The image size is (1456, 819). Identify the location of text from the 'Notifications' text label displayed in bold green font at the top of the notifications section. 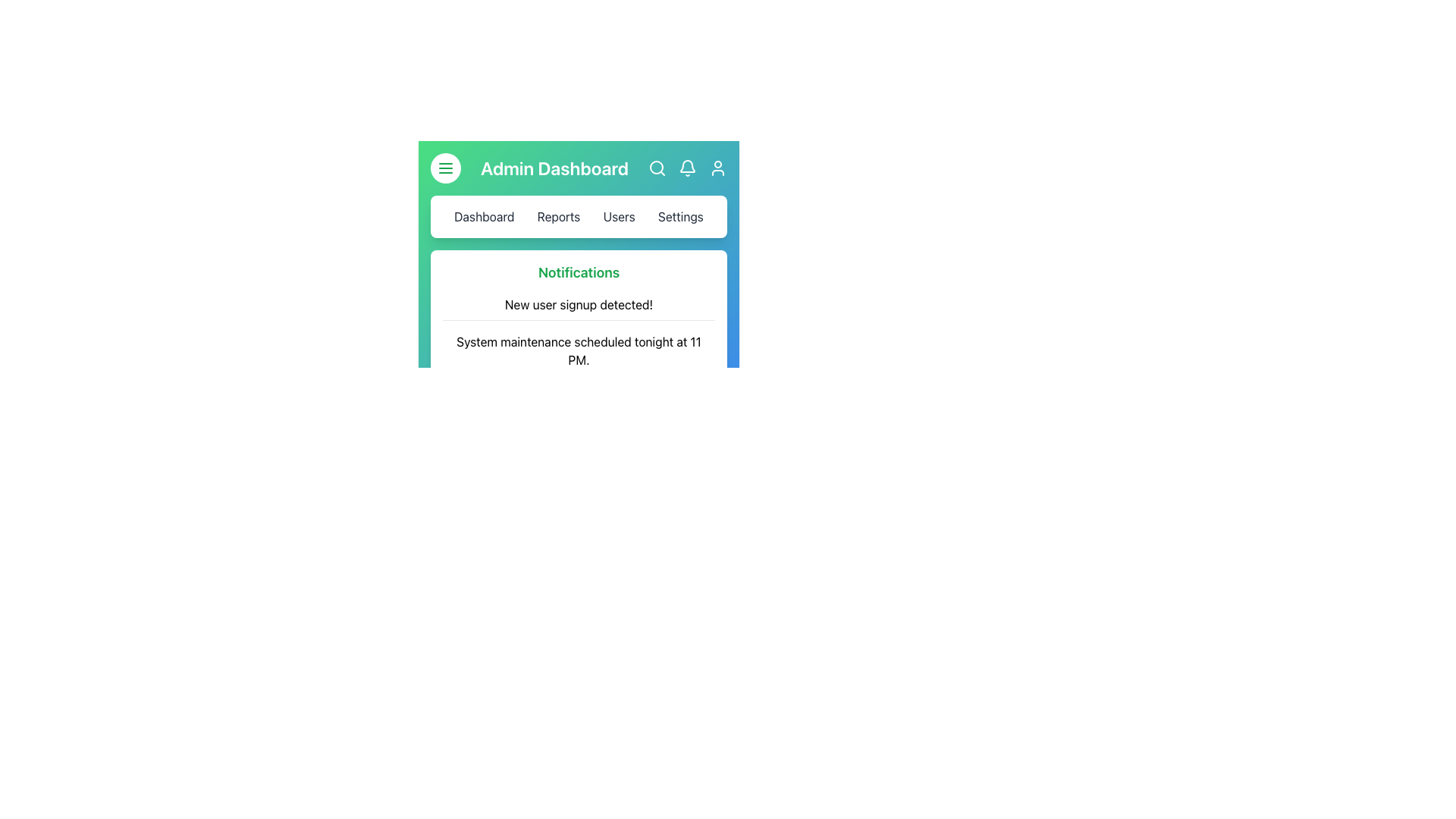
(578, 271).